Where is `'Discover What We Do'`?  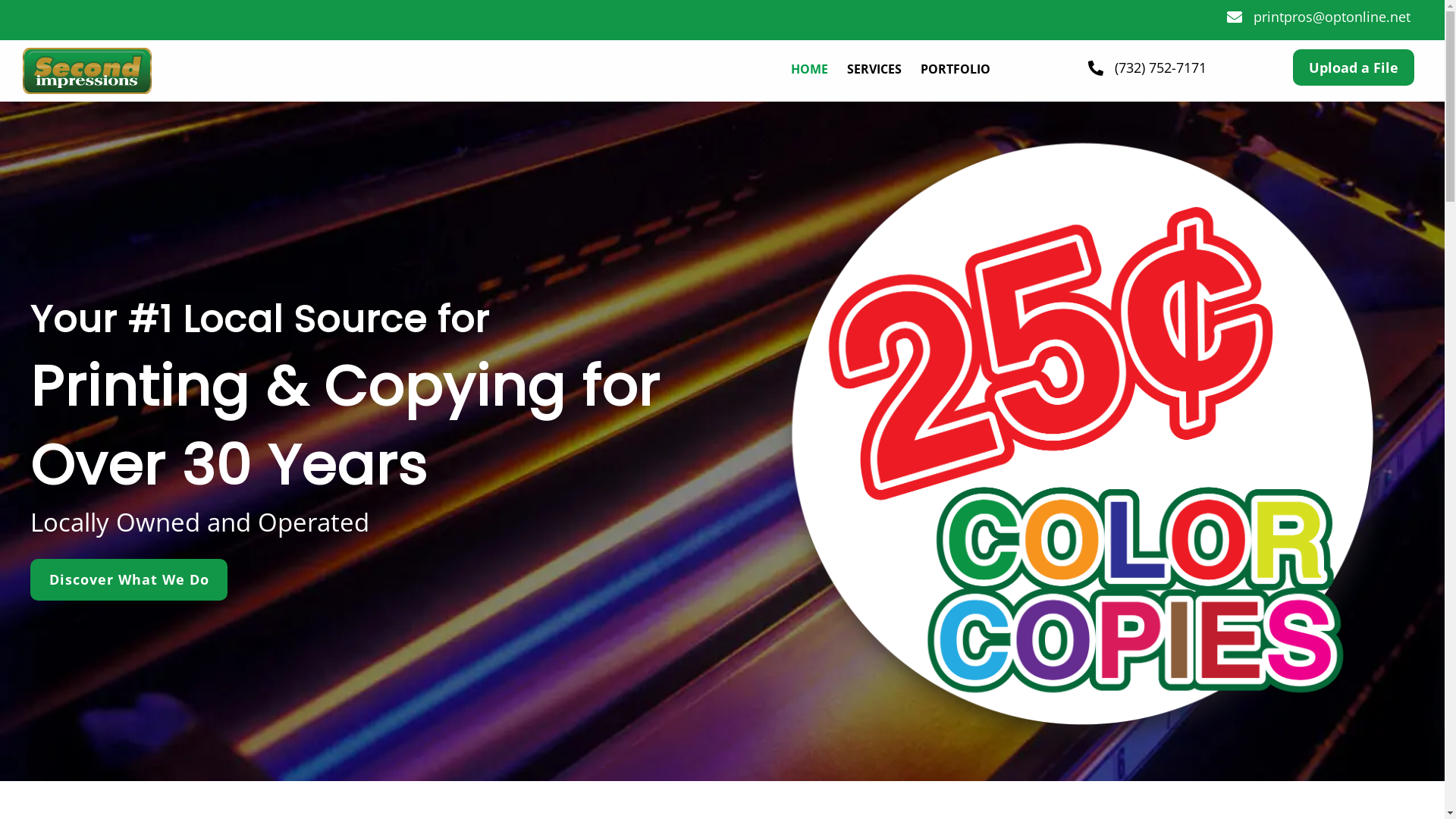 'Discover What We Do' is located at coordinates (128, 579).